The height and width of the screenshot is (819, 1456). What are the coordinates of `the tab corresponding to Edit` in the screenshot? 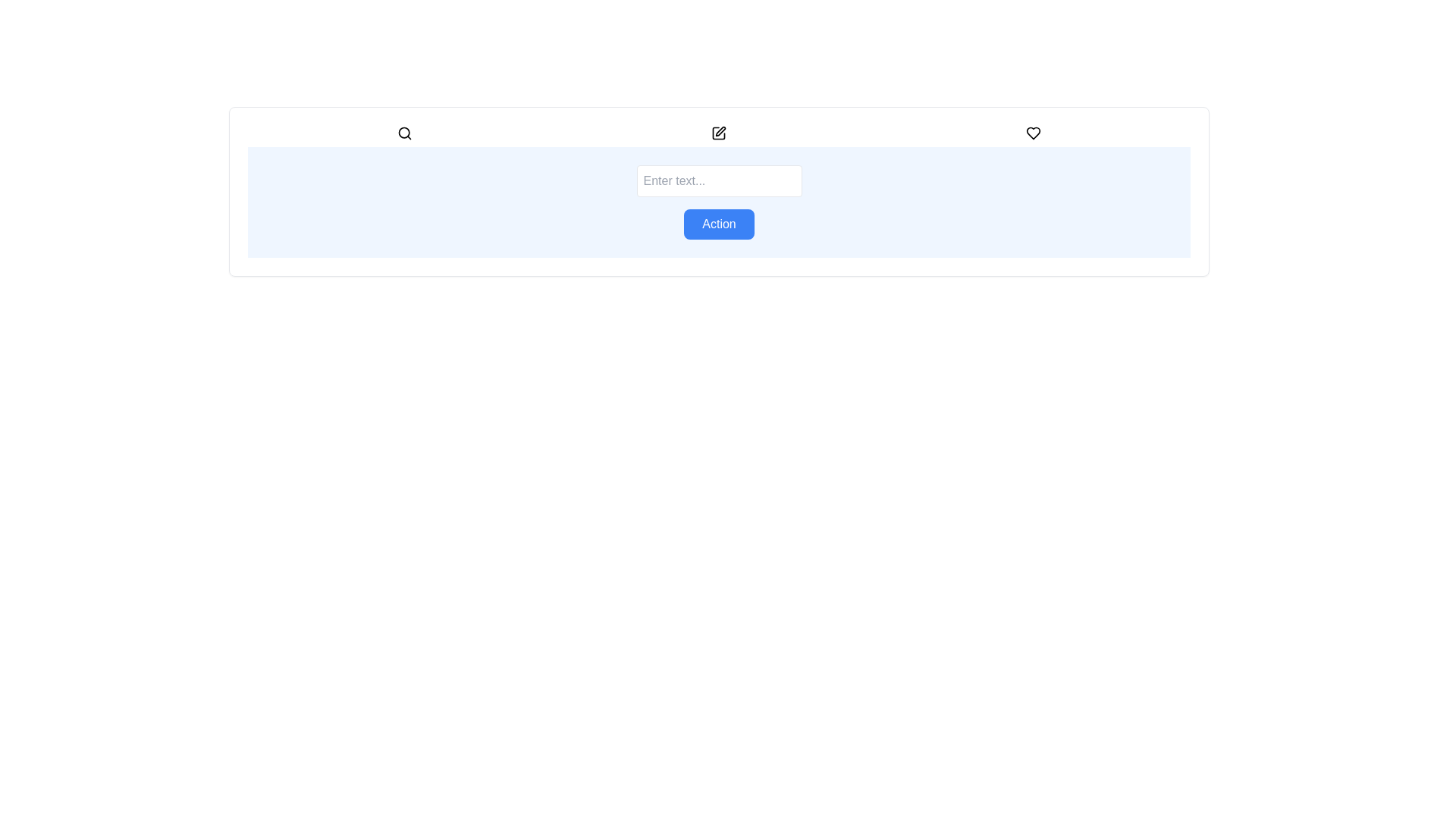 It's located at (718, 133).